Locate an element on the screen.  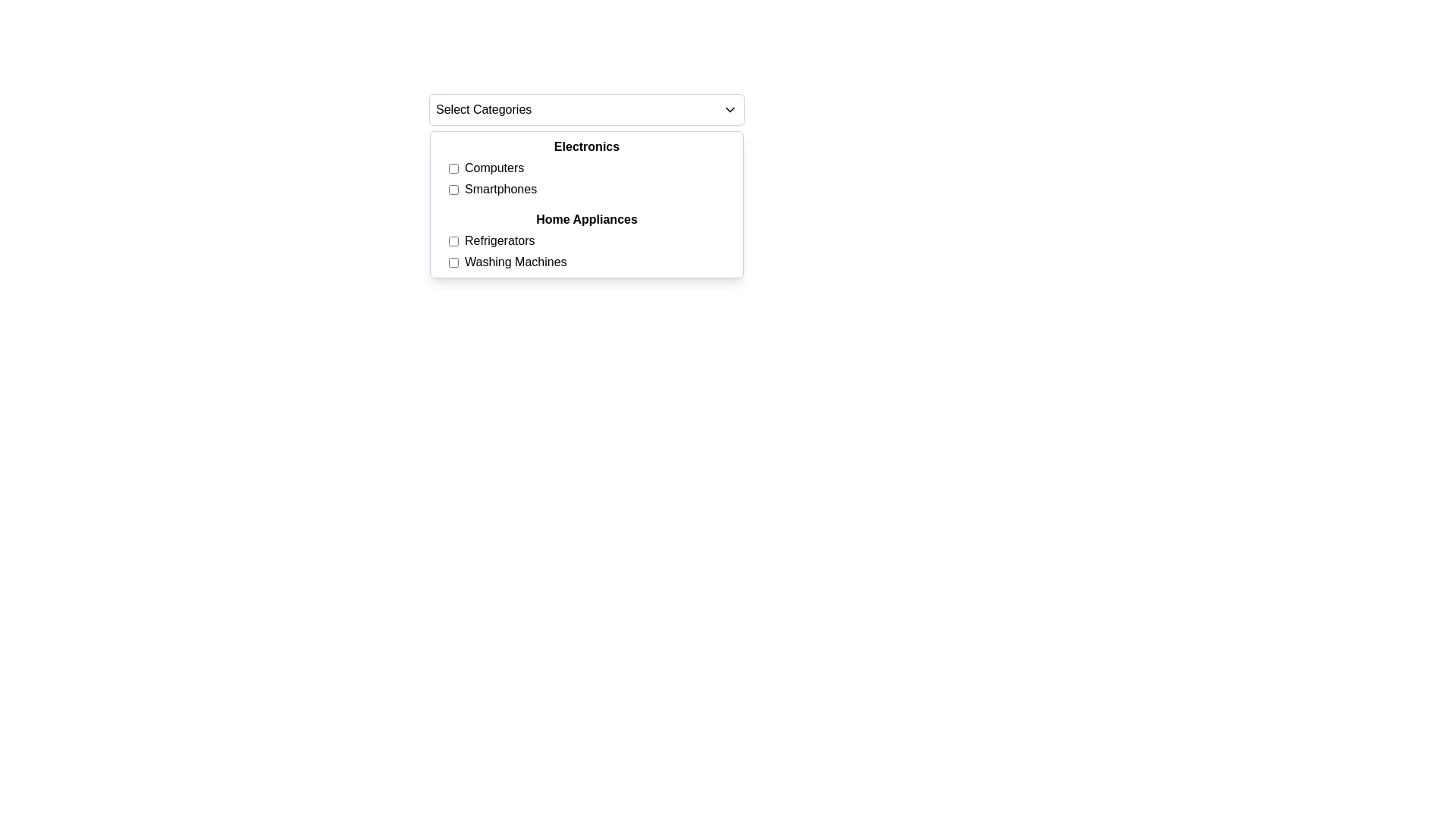
the square-shaped checkbox located to the far-left of the text label 'Computers' within the 'Electronics' category in the dropdown menu is located at coordinates (453, 168).